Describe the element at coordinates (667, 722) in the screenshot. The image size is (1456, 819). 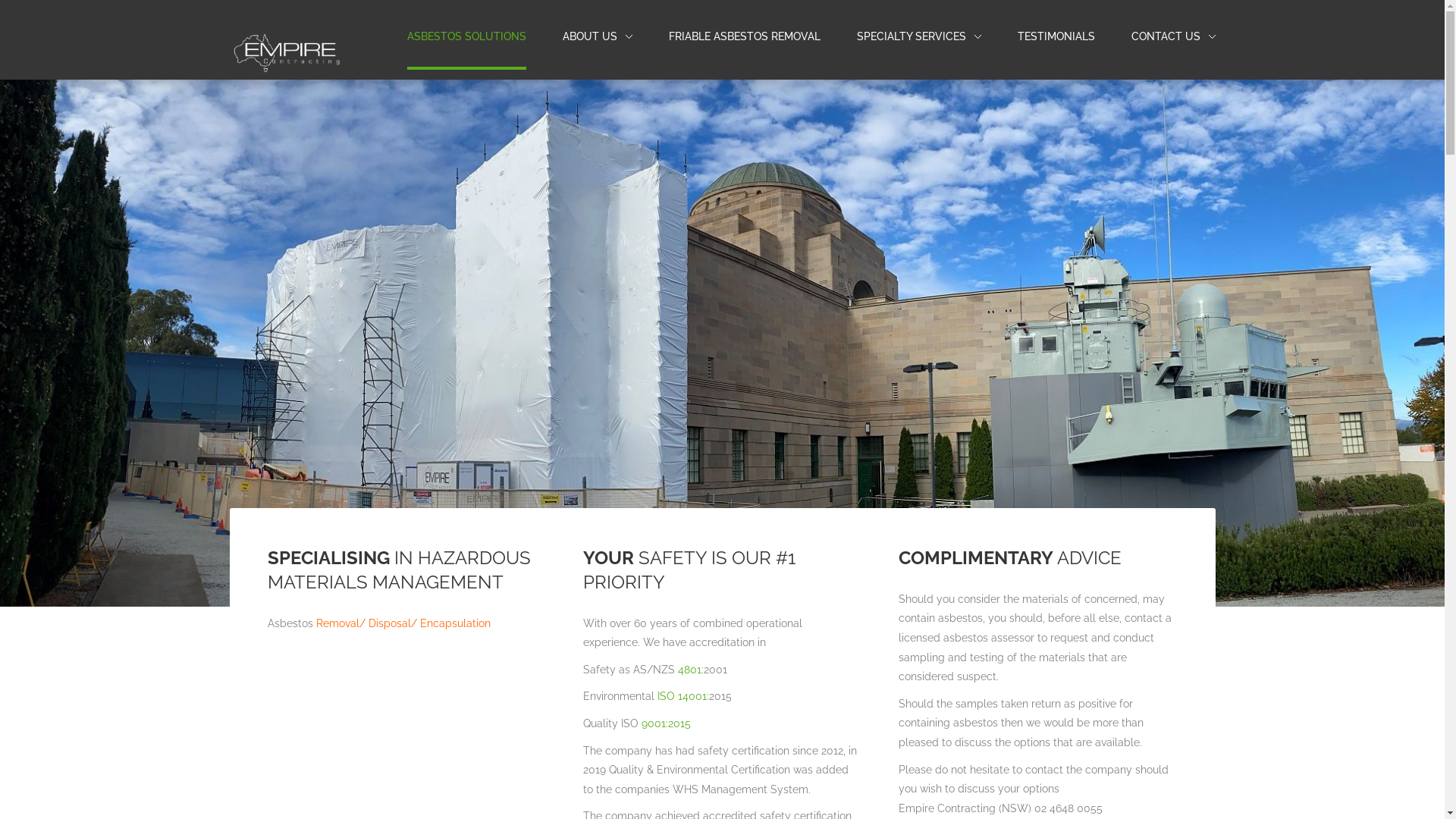
I see `'9001:2015 '` at that location.